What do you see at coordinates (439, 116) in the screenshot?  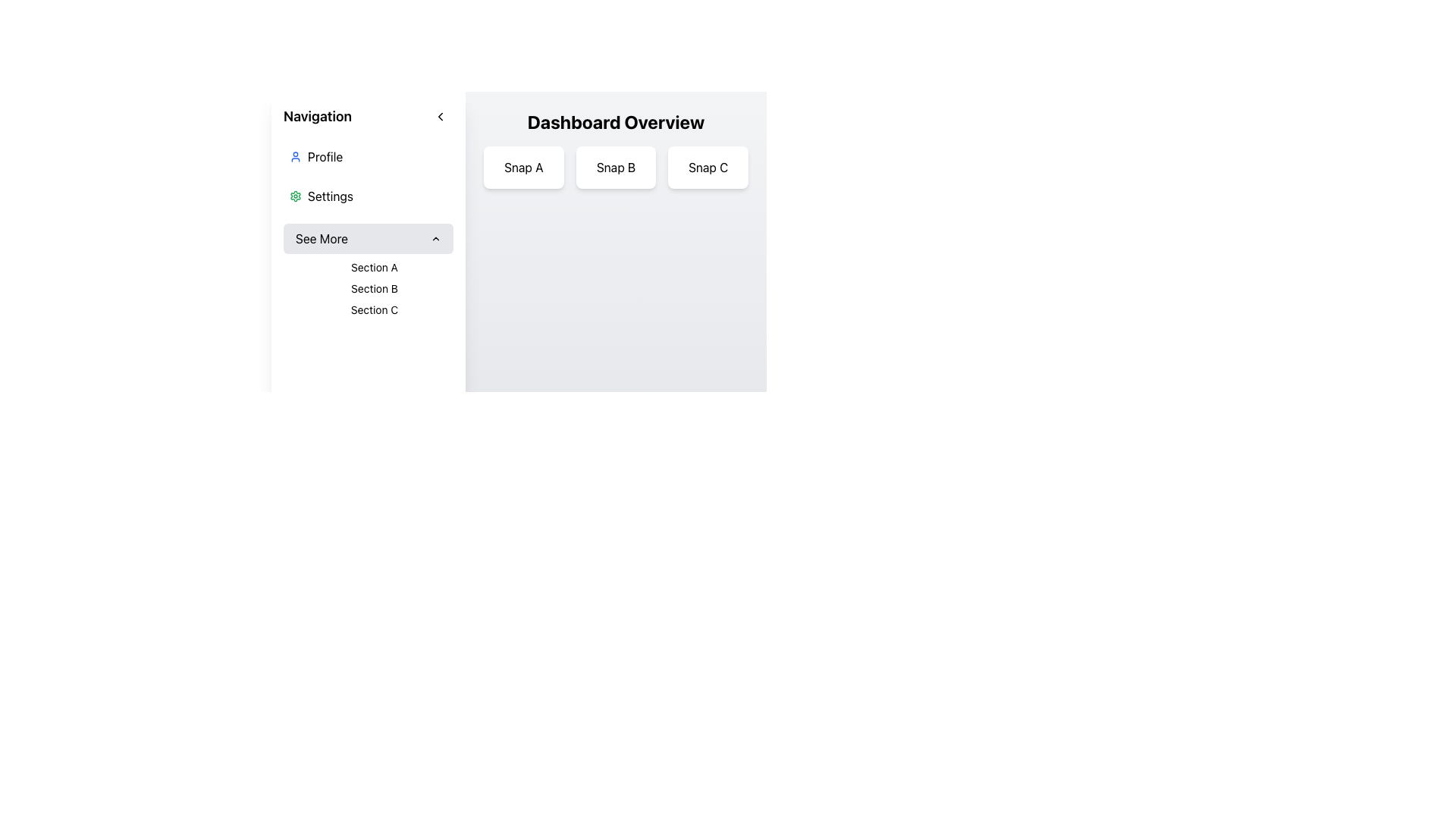 I see `the circular button with a left-pointing arrow icon located in the upper-right section of the navigation header, adjacent to the title 'Navigation'` at bounding box center [439, 116].